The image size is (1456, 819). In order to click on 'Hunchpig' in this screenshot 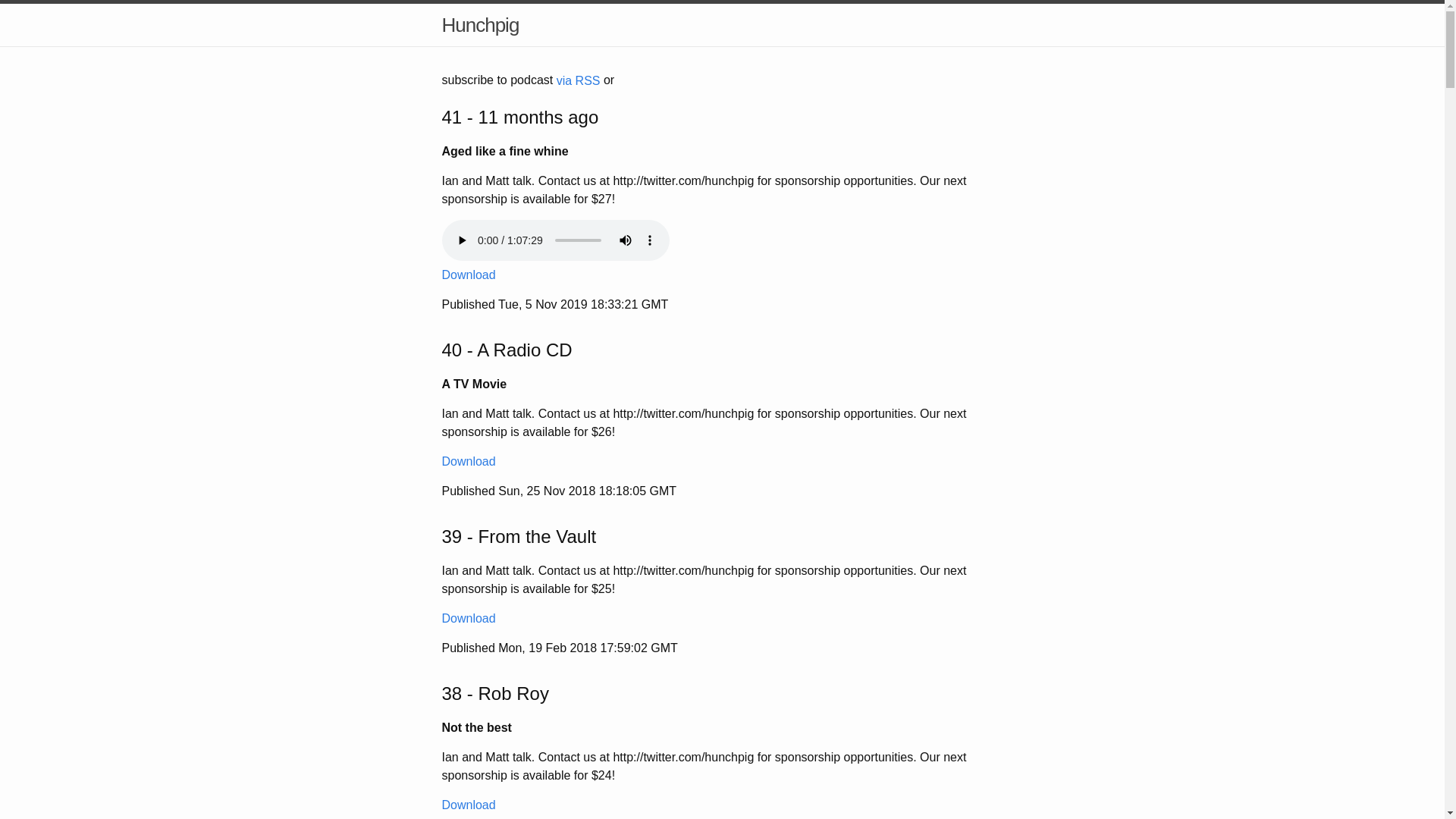, I will do `click(479, 25)`.